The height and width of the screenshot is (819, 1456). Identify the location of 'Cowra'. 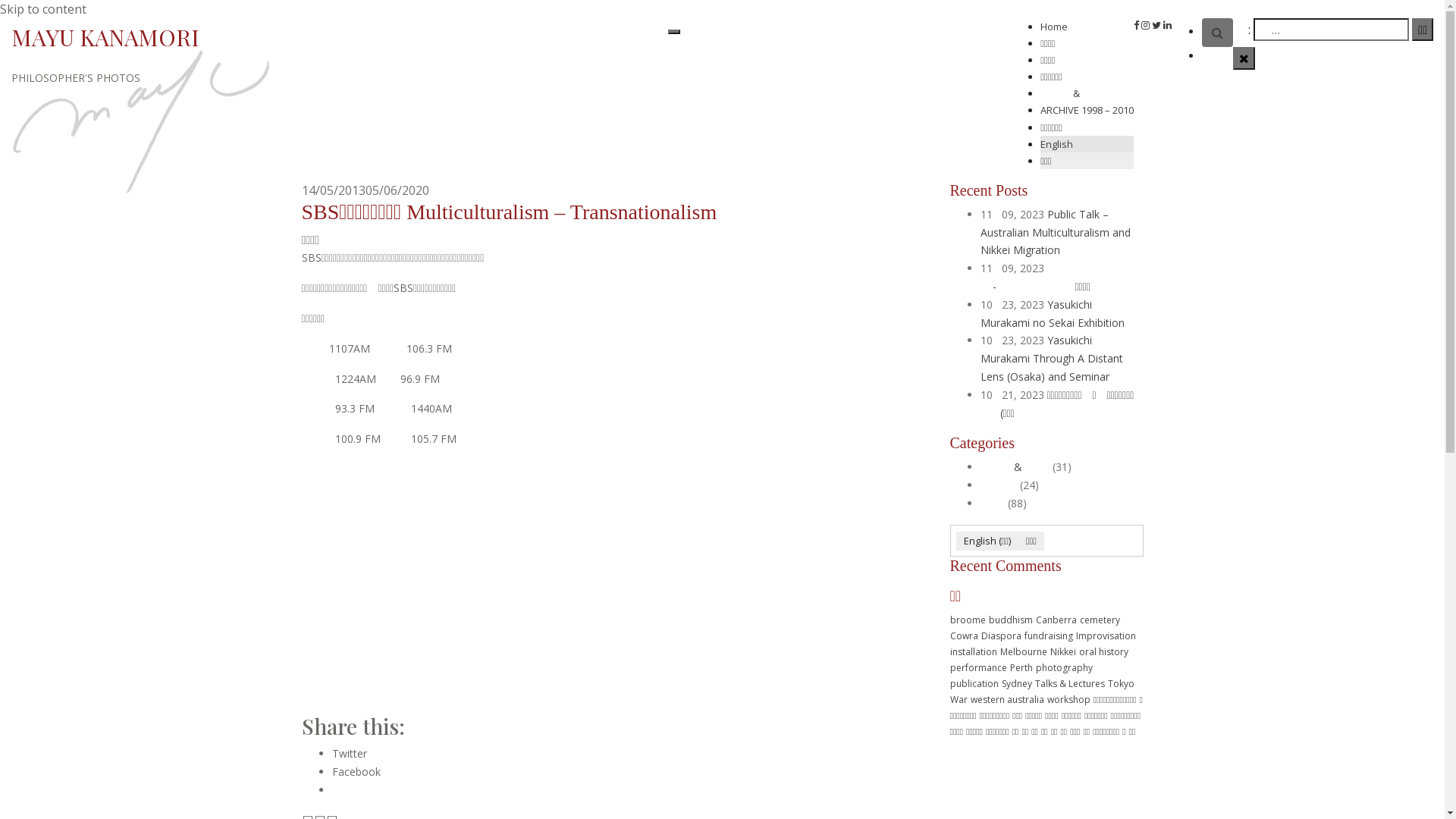
(962, 635).